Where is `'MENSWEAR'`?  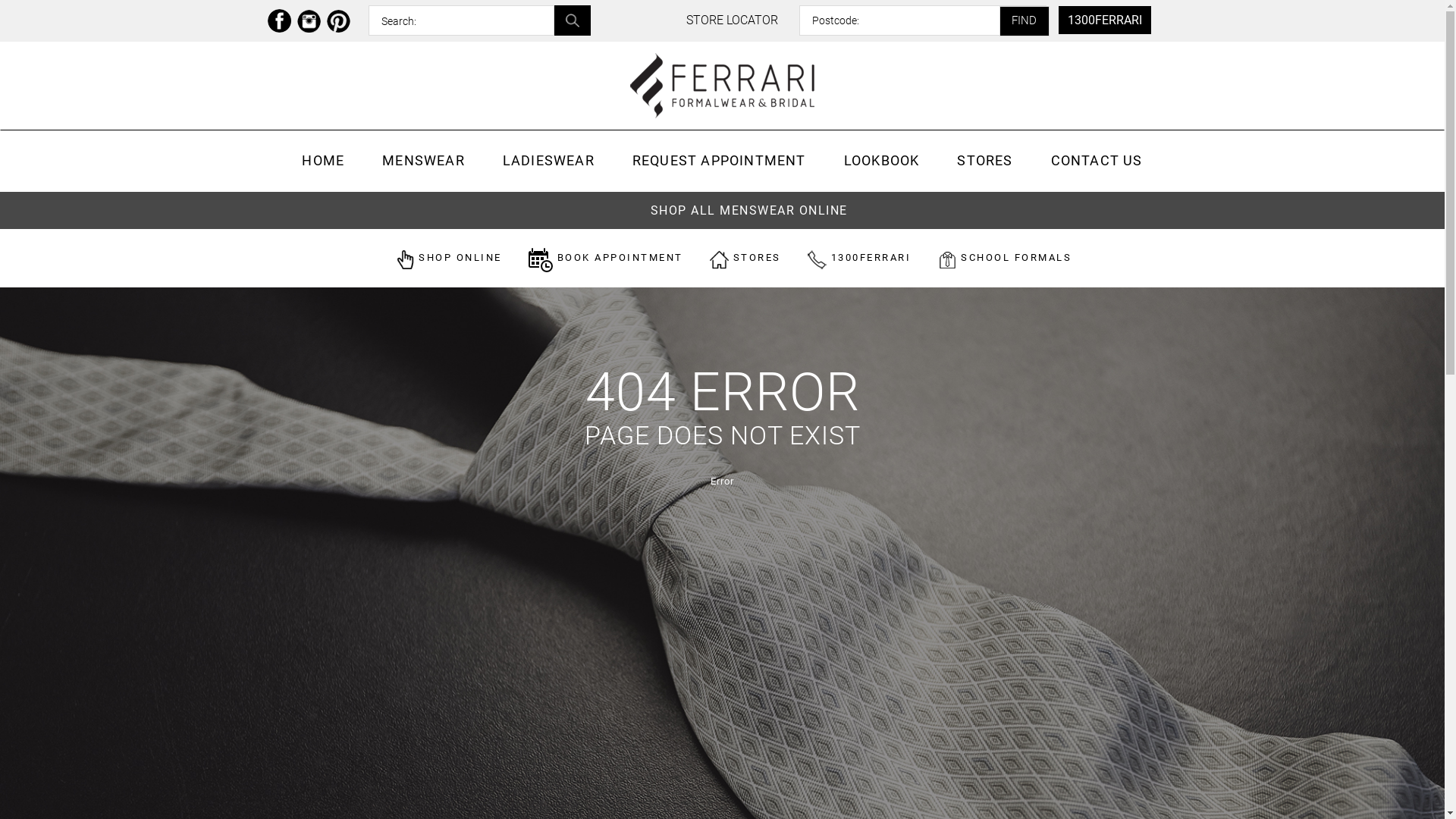
'MENSWEAR' is located at coordinates (364, 161).